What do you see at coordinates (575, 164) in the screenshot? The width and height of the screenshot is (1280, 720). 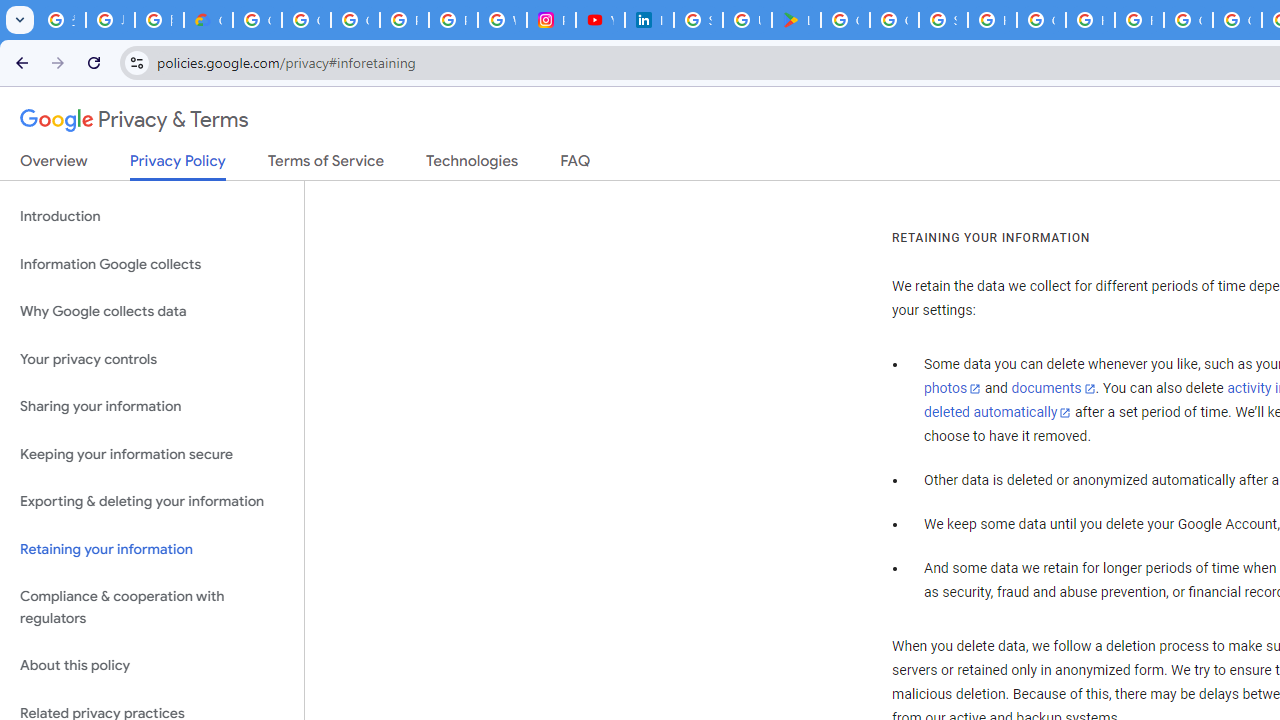 I see `'FAQ'` at bounding box center [575, 164].